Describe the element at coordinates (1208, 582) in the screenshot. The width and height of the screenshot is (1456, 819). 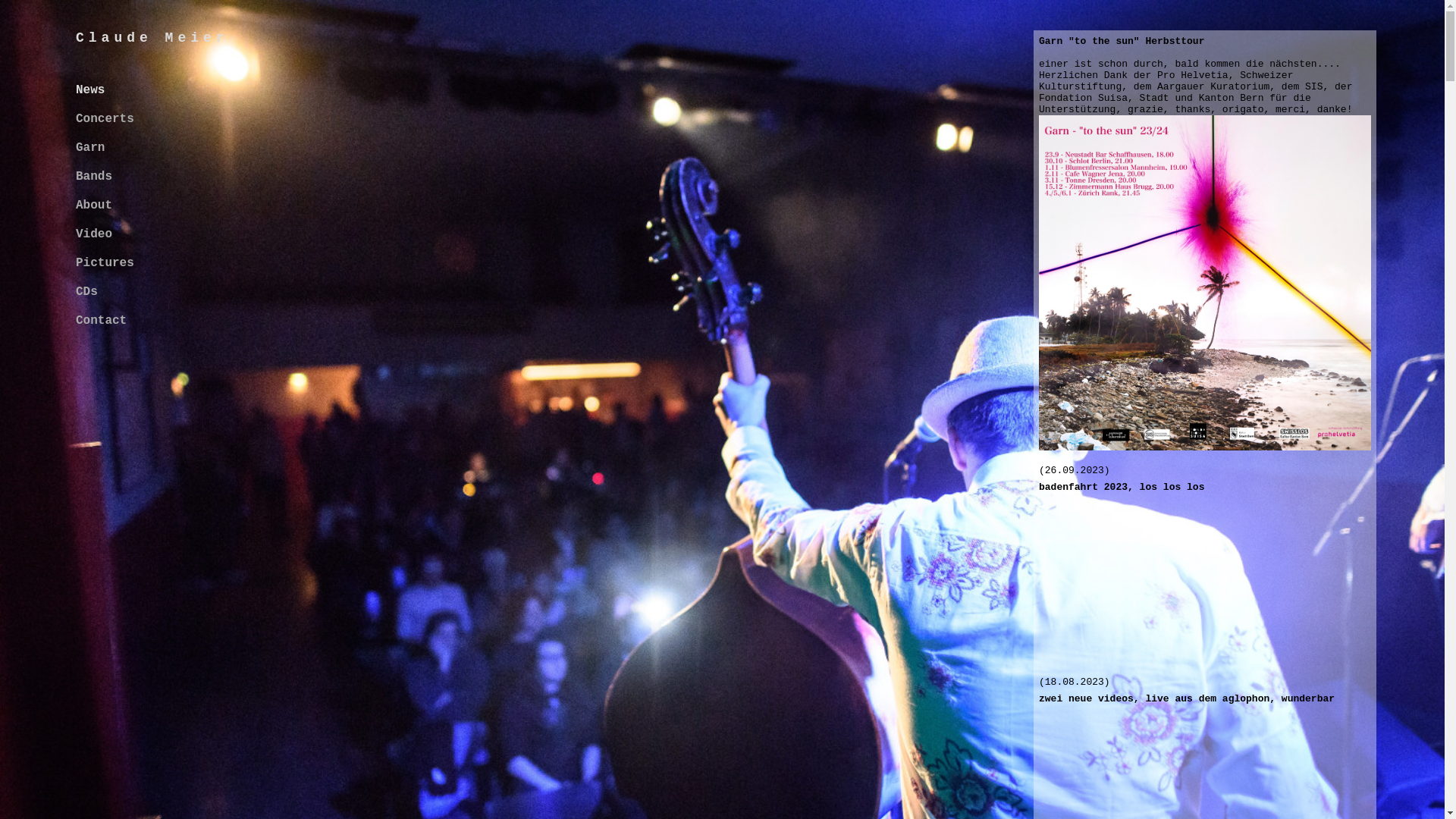
I see `'YouTube video player'` at that location.